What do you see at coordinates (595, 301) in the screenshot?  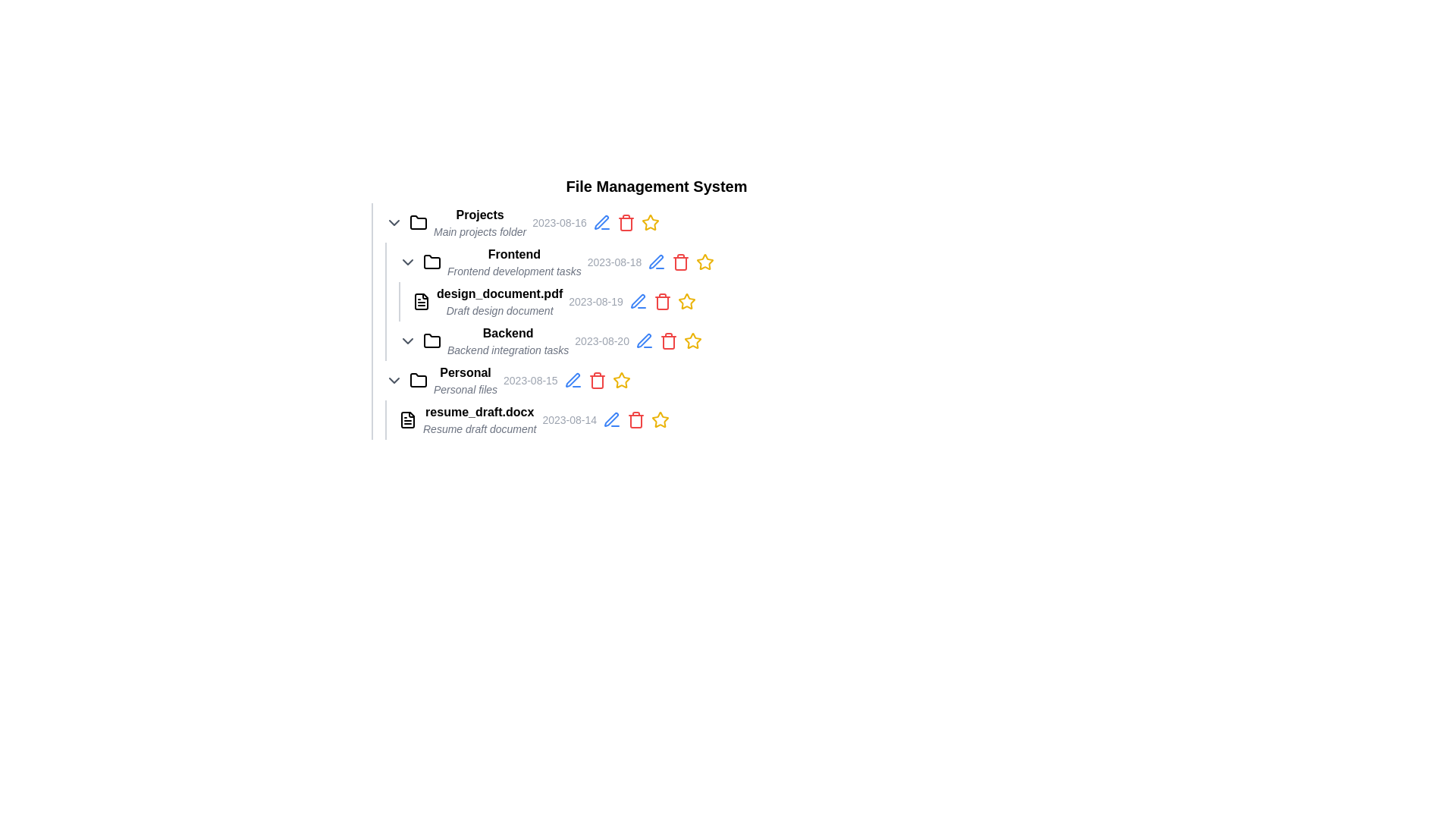 I see `the text label displaying the date '2023-08-19', which is styled in medium gray and aligned to the right, indicating it serves as metadata for the file 'design_document.pdf'` at bounding box center [595, 301].